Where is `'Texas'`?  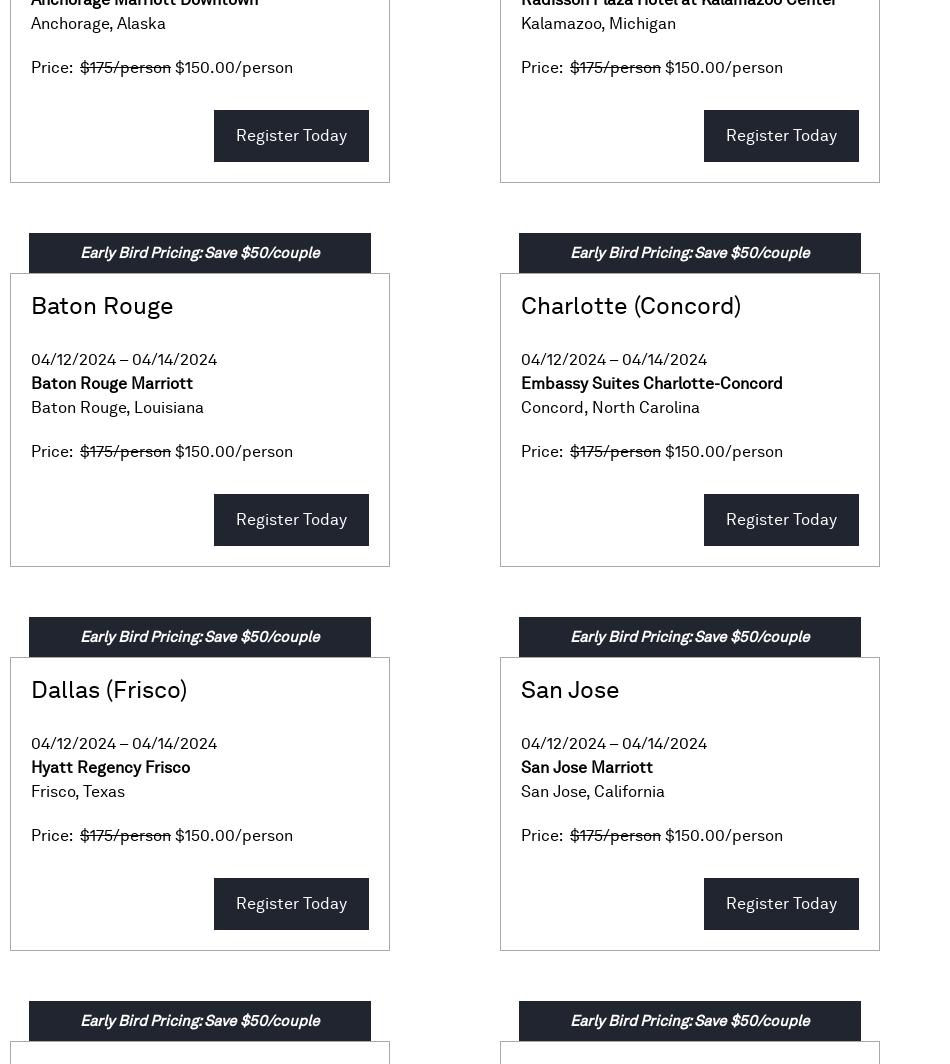
'Texas' is located at coordinates (104, 791).